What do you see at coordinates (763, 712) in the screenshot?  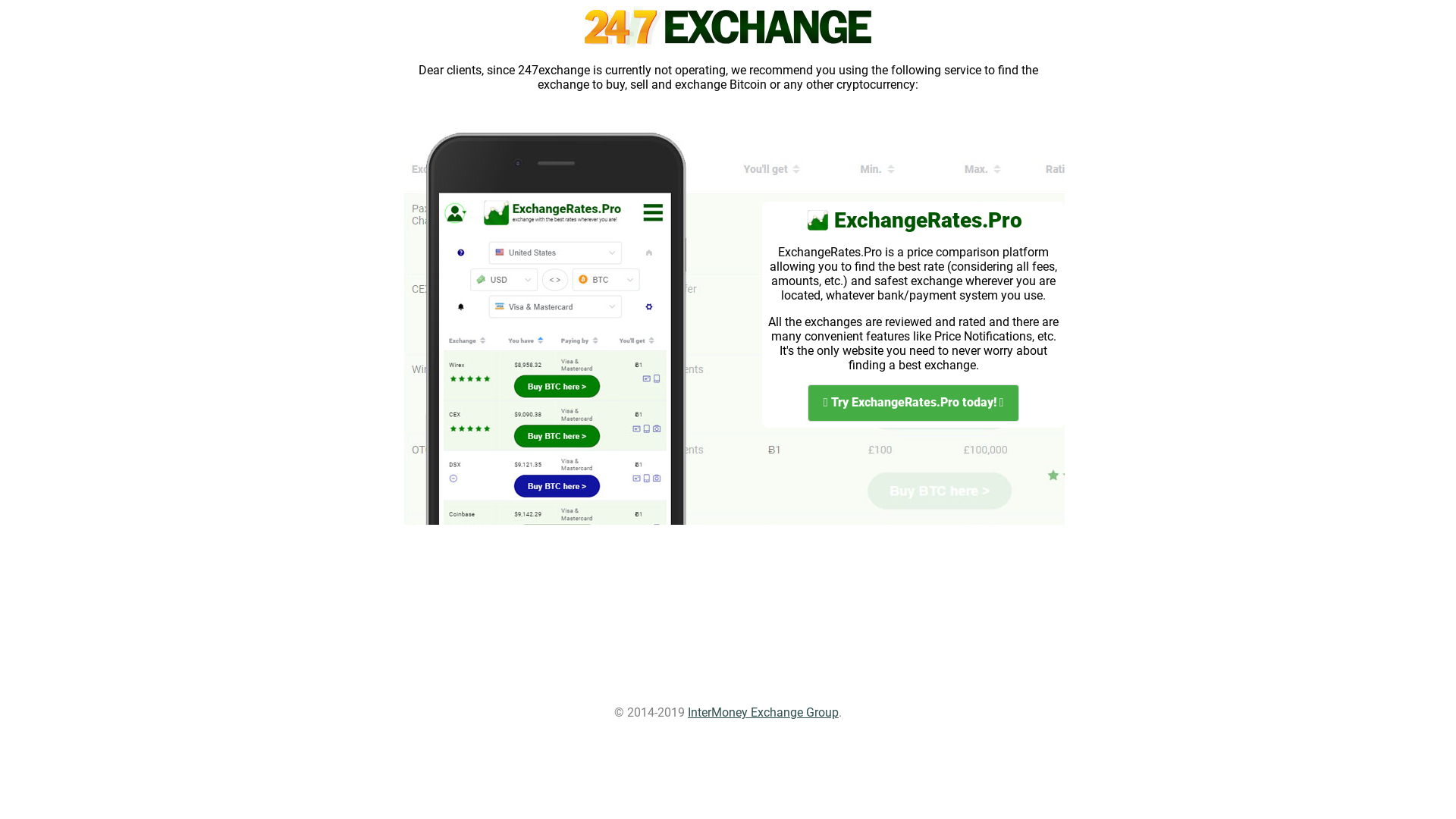 I see `'InterMoney Exchange Group'` at bounding box center [763, 712].